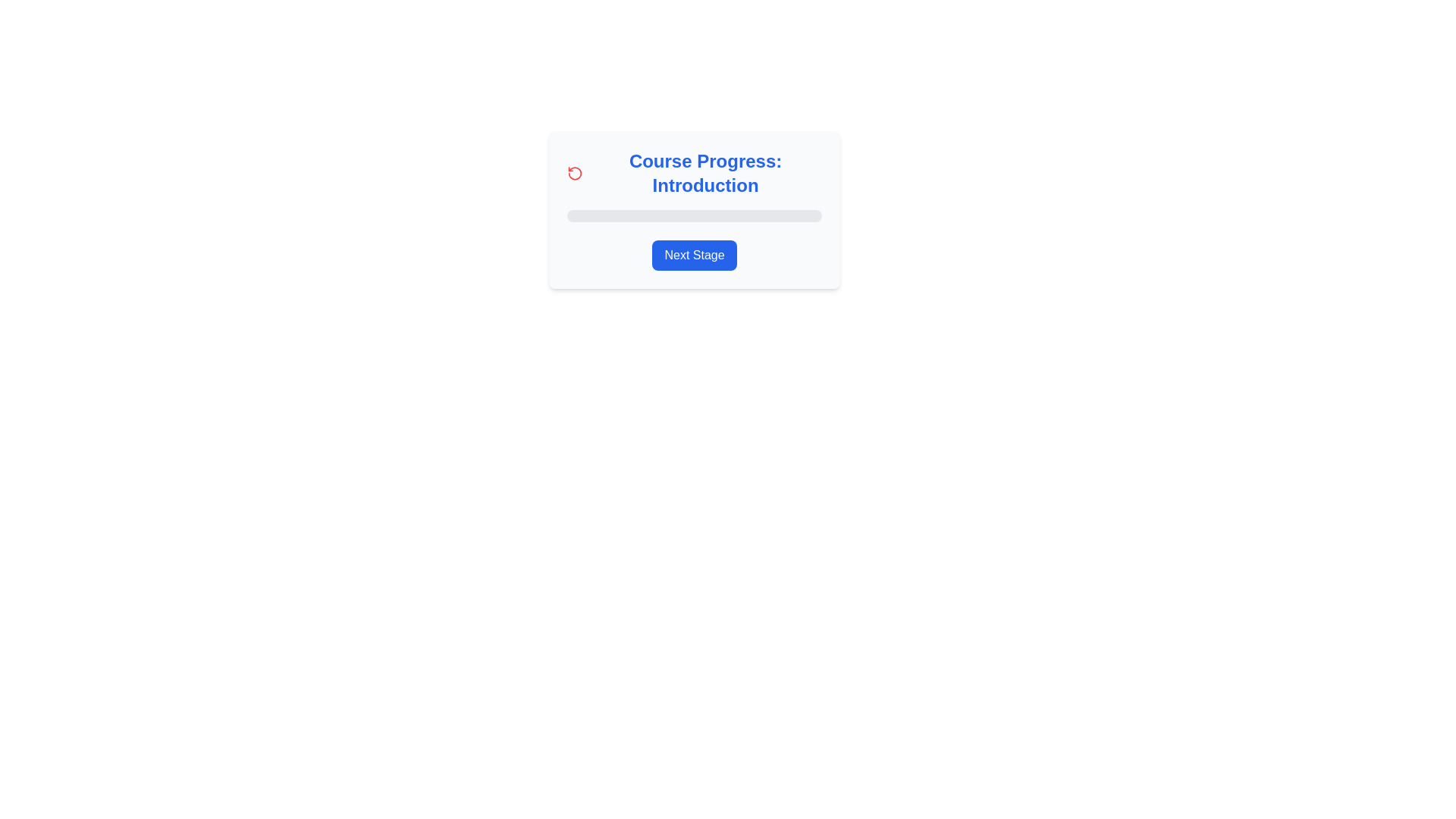 The width and height of the screenshot is (1456, 819). I want to click on the Progress Bar that visually represents progress in a course, located below 'Course Progress: Introduction' and above the 'Next Stage' button, so click(694, 216).